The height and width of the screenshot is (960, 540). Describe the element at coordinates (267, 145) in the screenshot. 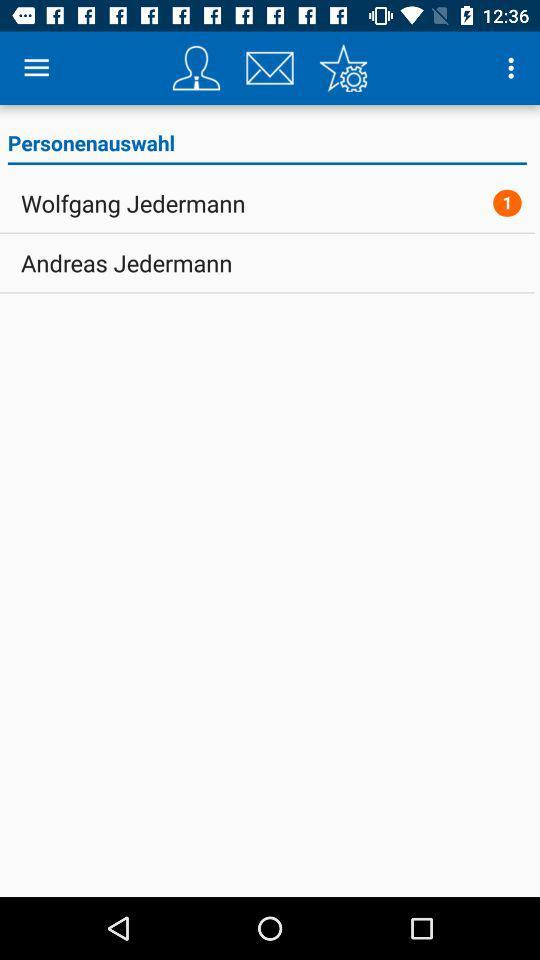

I see `item above the wolfgang jedermann icon` at that location.